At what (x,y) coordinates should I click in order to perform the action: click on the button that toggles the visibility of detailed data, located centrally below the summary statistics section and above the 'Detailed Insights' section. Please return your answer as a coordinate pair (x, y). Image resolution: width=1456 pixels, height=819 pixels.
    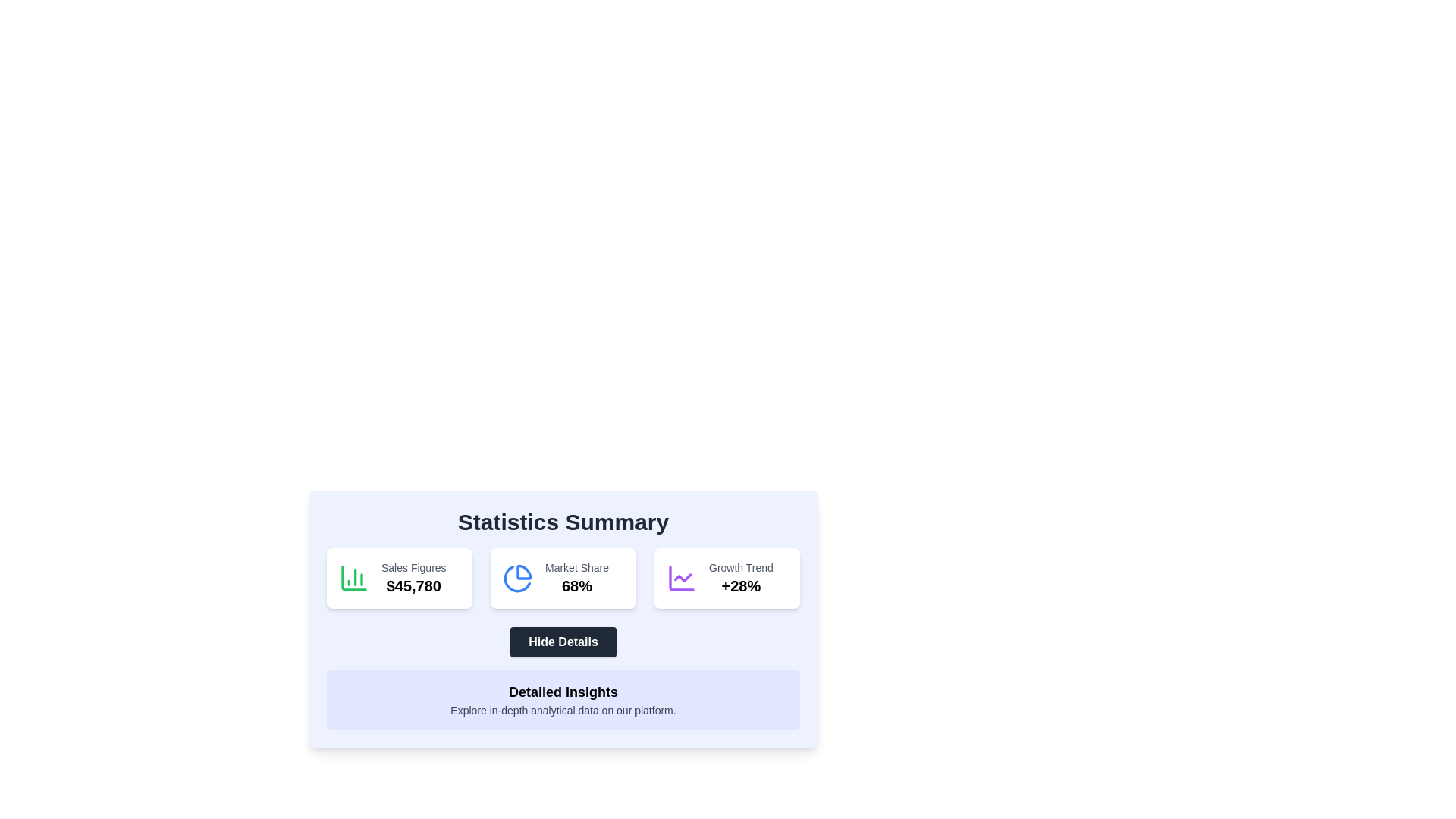
    Looking at the image, I should click on (563, 642).